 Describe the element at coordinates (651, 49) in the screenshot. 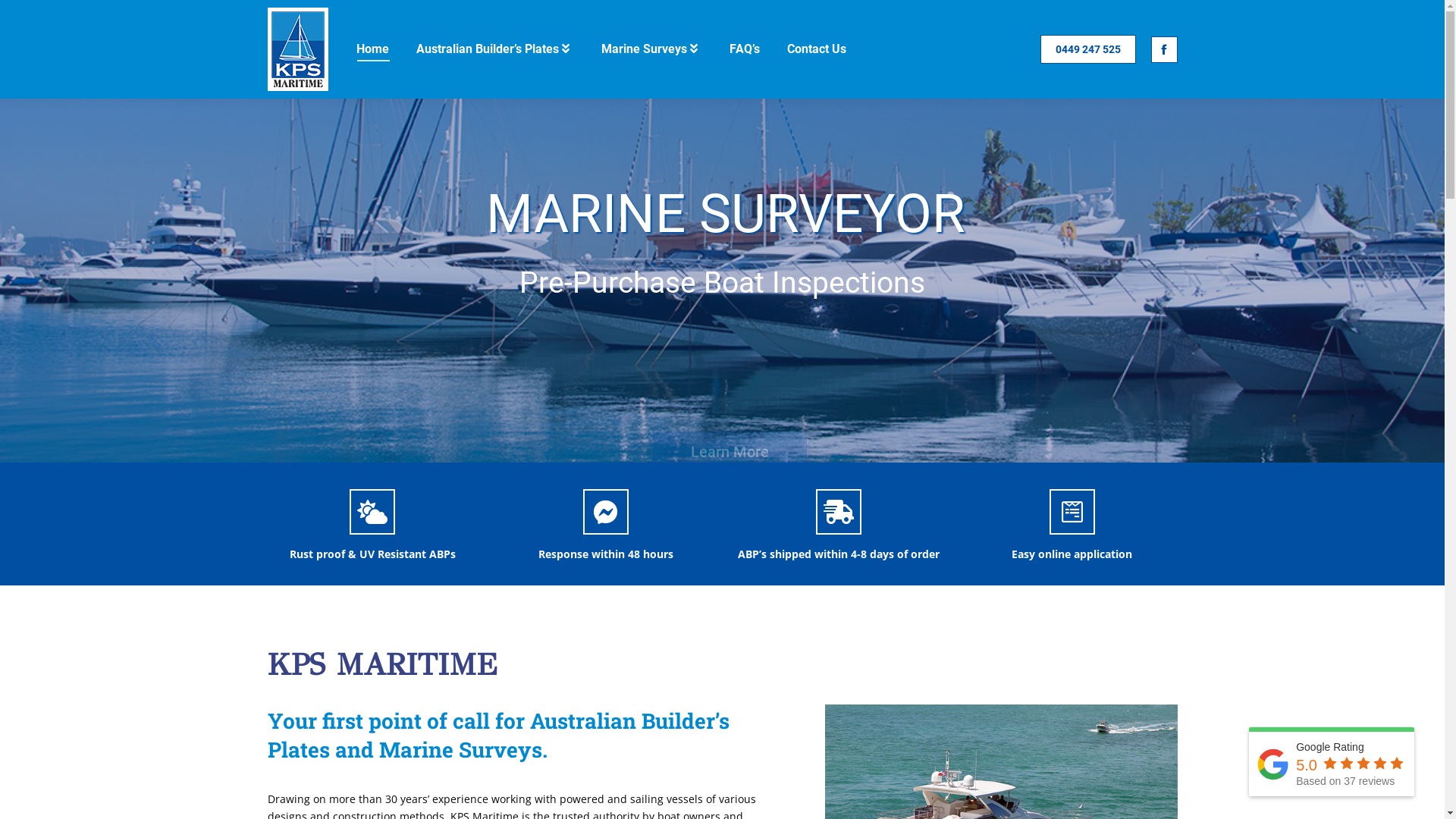

I see `'Marine Surveys'` at that location.